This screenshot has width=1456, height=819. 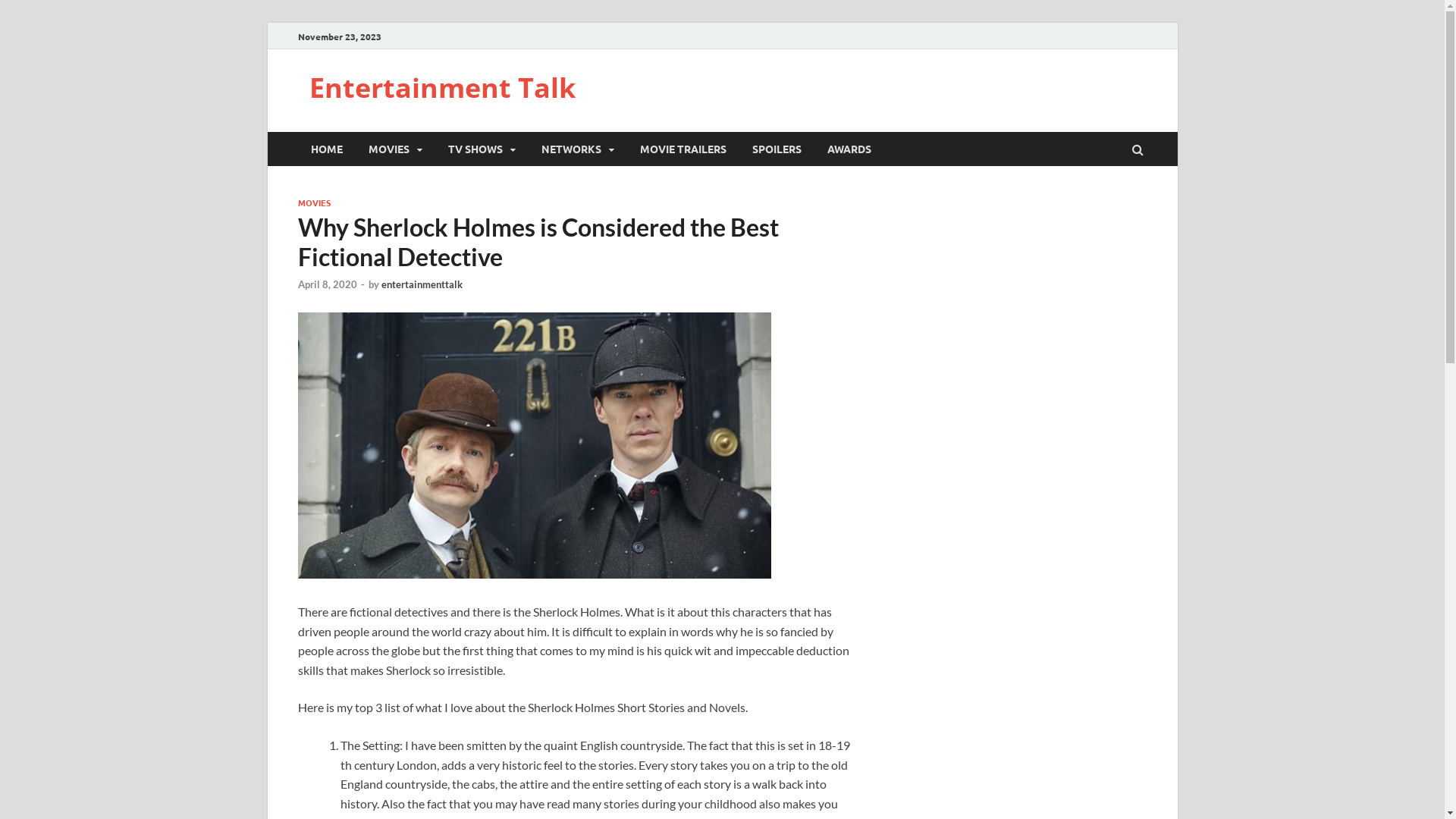 What do you see at coordinates (394, 149) in the screenshot?
I see `'MOVIES'` at bounding box center [394, 149].